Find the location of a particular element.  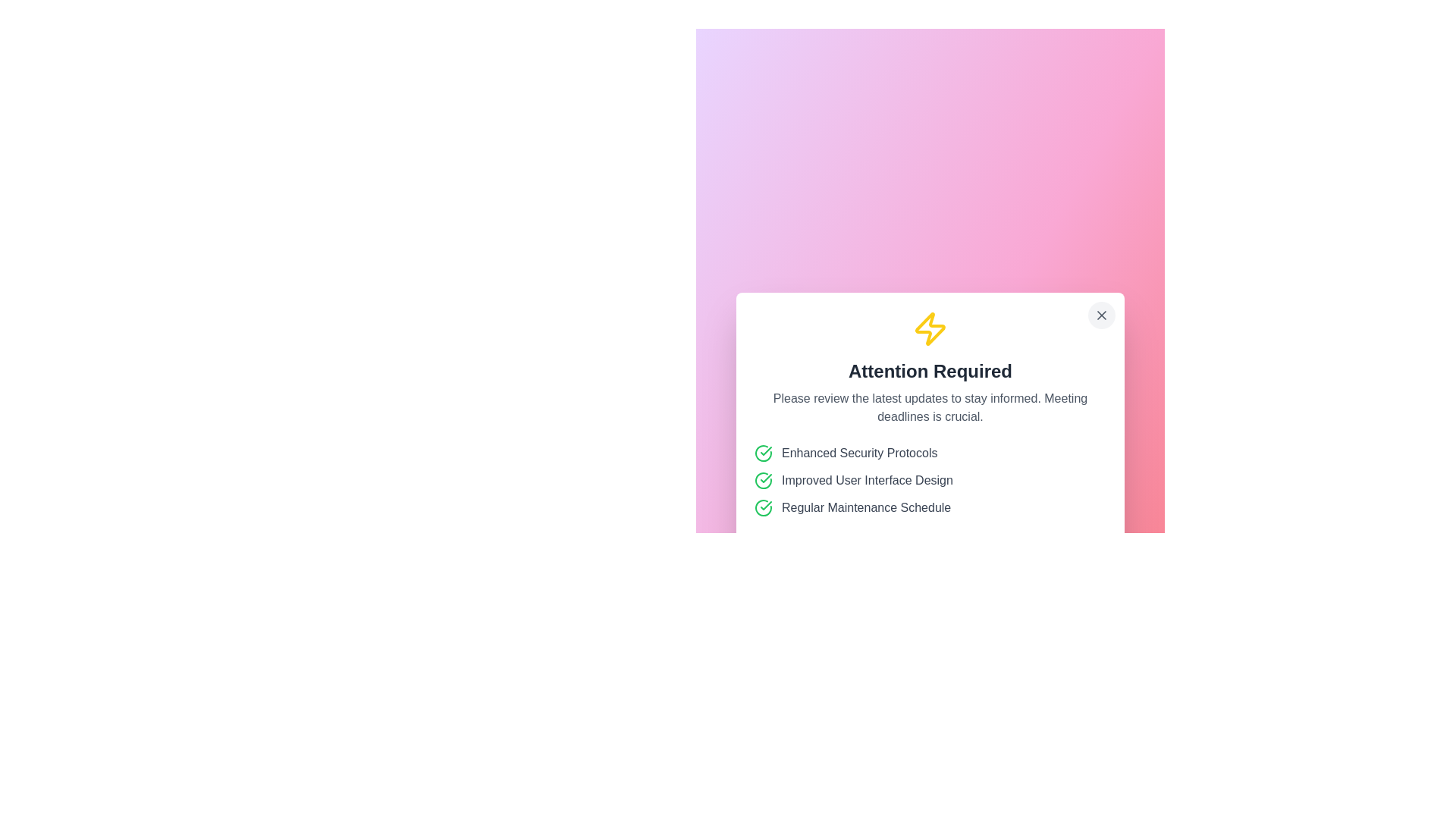

the 'X' icon button located at the top-right corner of the modal is located at coordinates (1102, 315).